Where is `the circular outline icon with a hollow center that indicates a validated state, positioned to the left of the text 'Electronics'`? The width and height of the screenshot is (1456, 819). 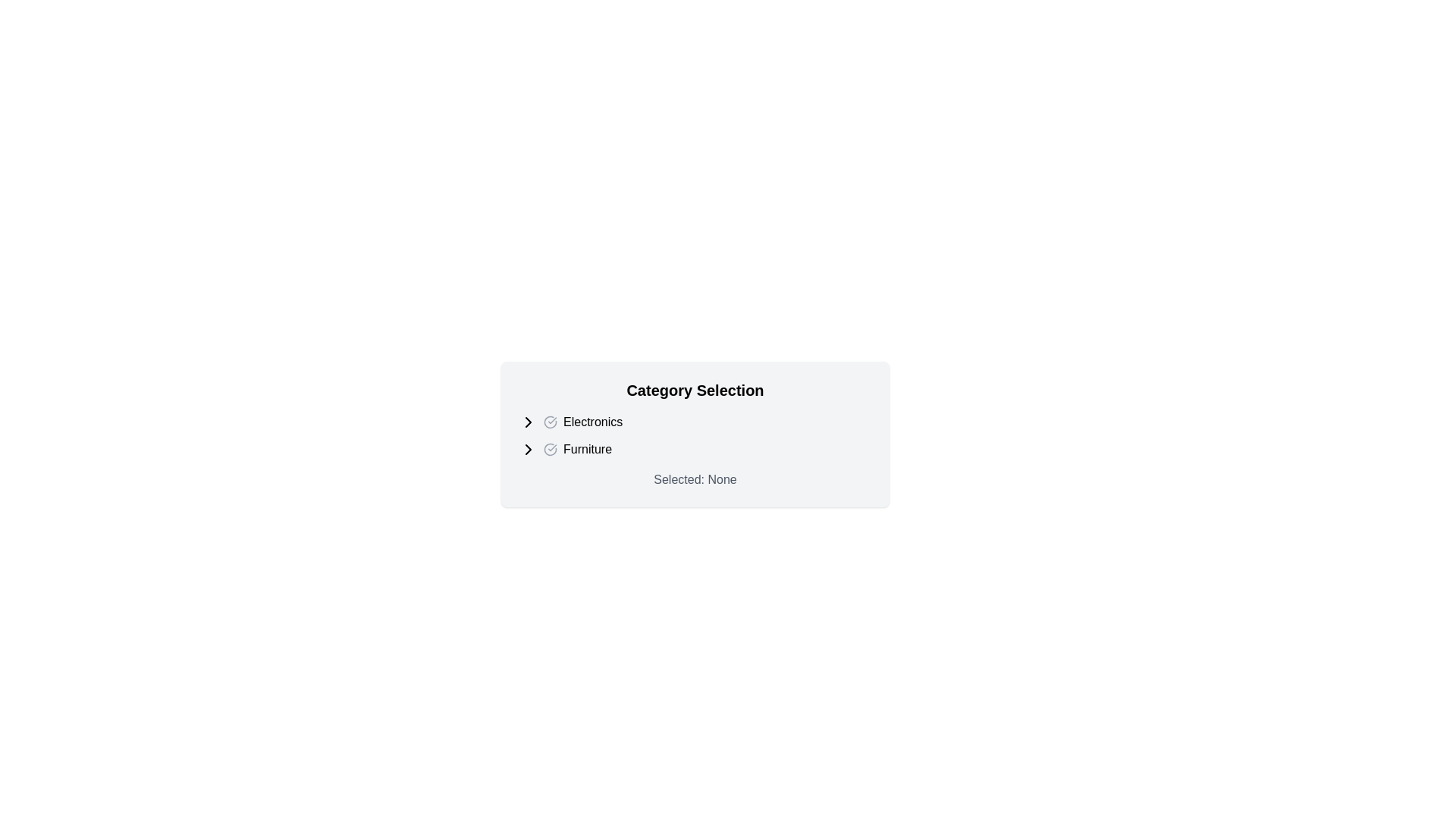
the circular outline icon with a hollow center that indicates a validated state, positioned to the left of the text 'Electronics' is located at coordinates (549, 422).